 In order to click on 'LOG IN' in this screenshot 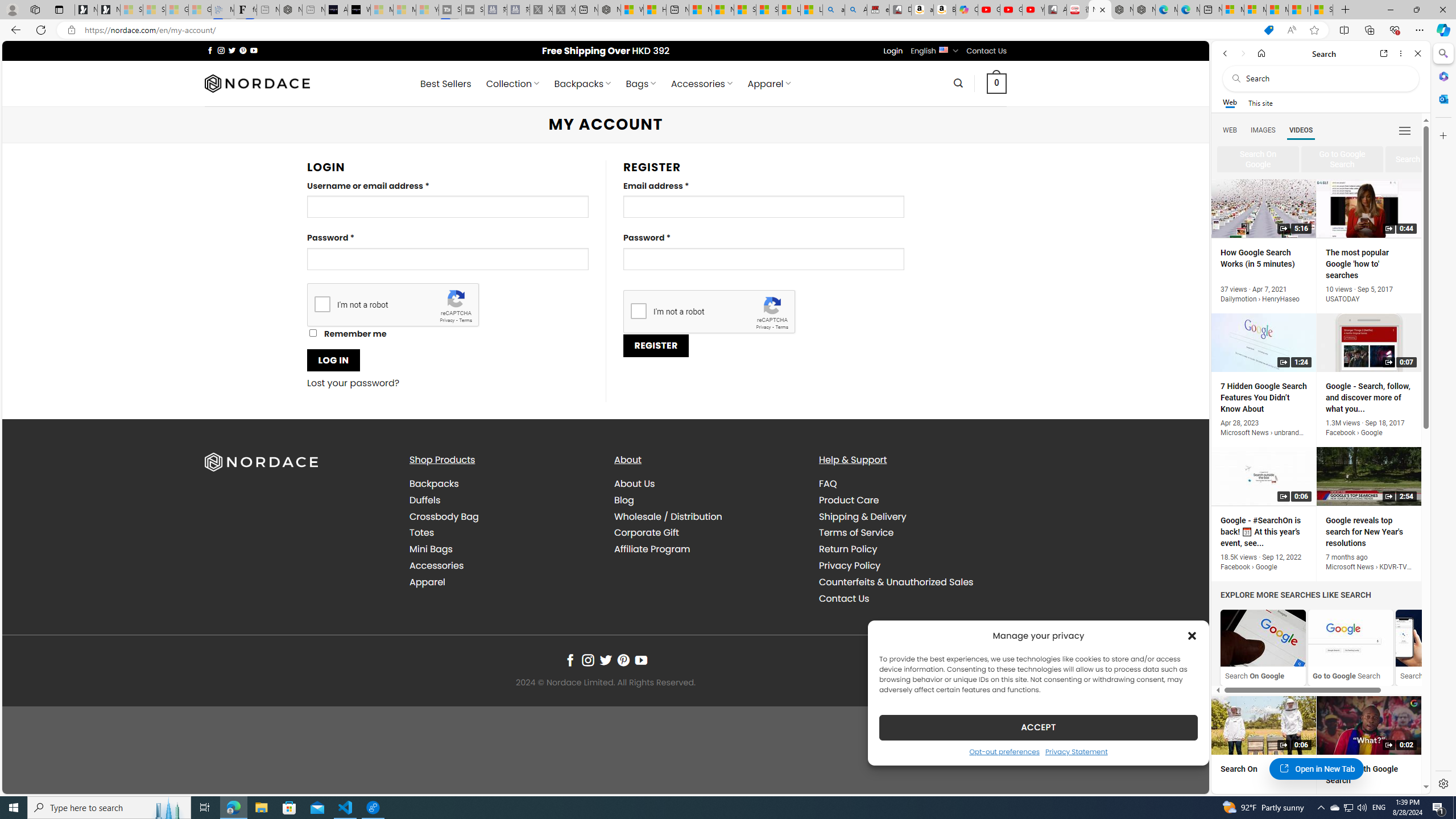, I will do `click(333, 359)`.